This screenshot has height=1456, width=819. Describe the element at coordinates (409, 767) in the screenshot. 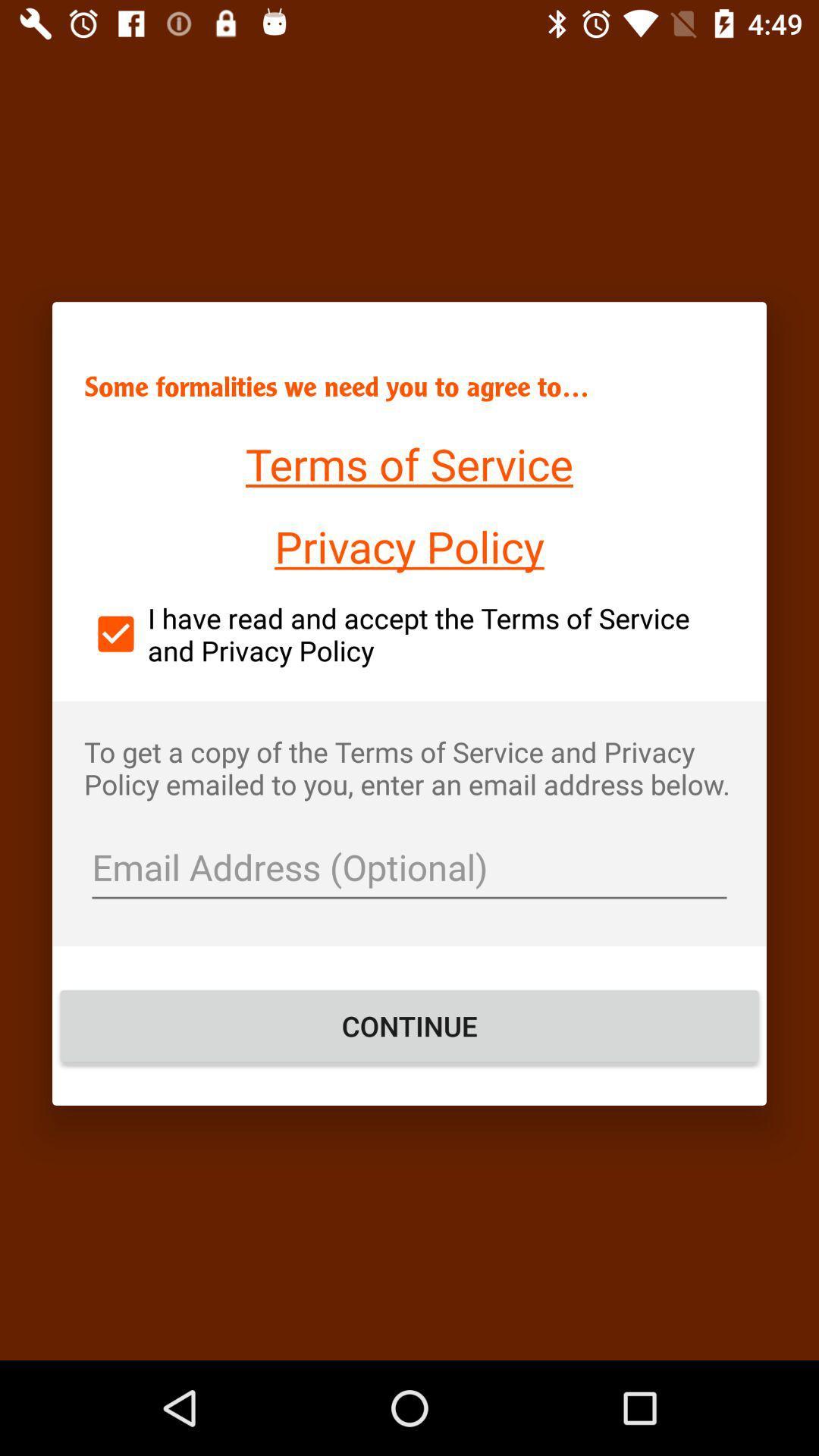

I see `to get a icon` at that location.